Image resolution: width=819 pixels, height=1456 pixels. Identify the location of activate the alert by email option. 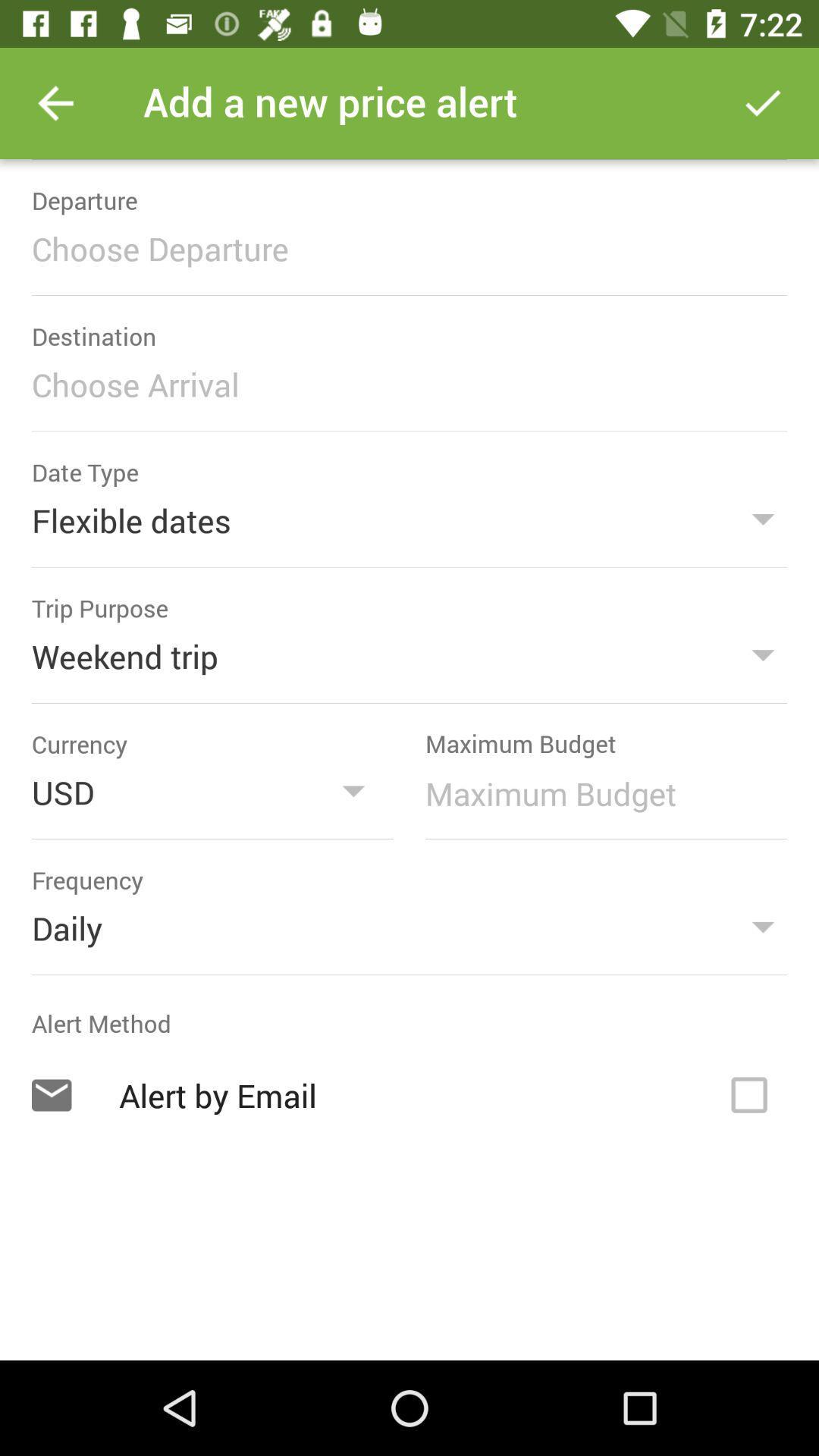
(748, 1095).